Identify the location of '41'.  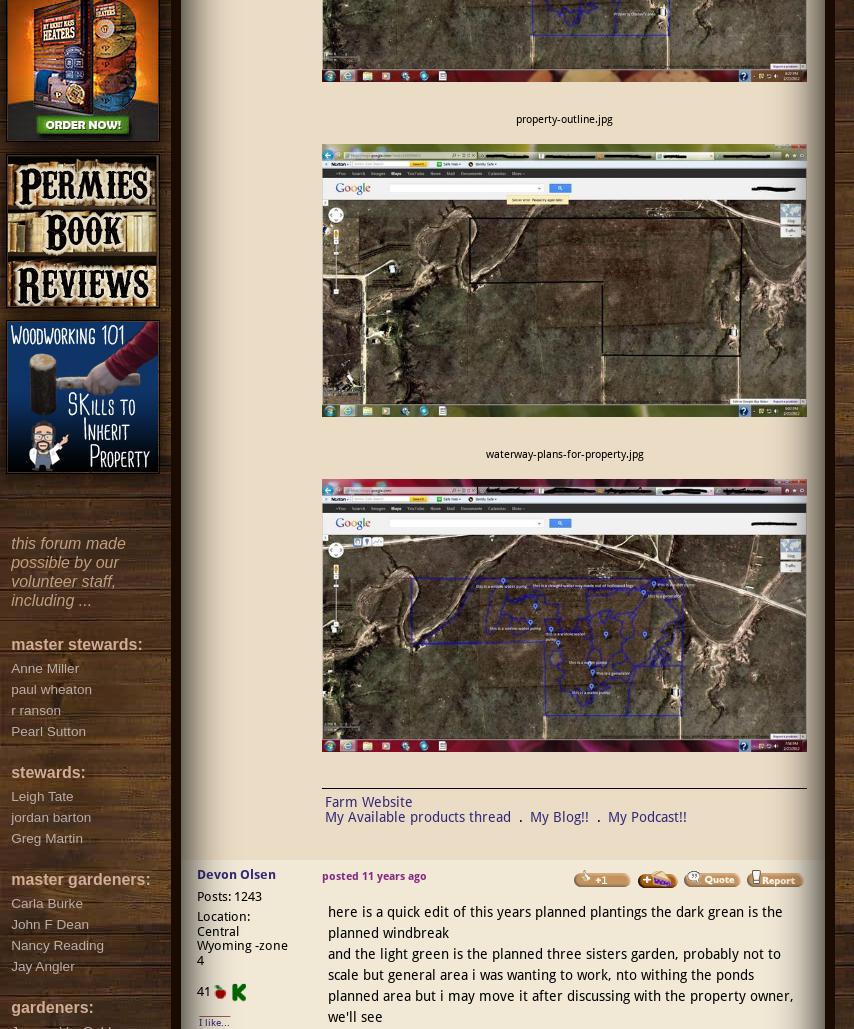
(201, 989).